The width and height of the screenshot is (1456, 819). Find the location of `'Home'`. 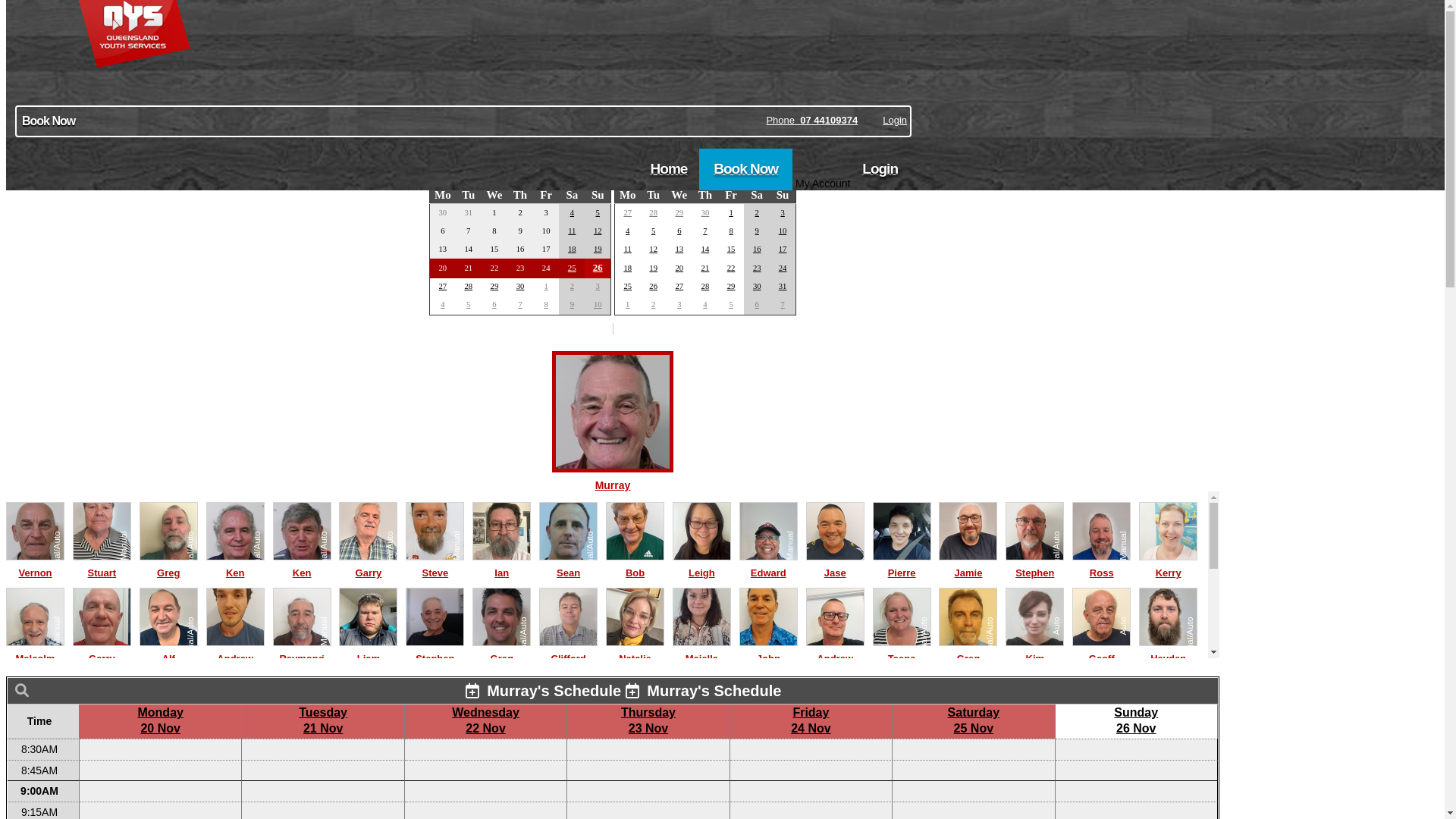

'Home' is located at coordinates (668, 169).